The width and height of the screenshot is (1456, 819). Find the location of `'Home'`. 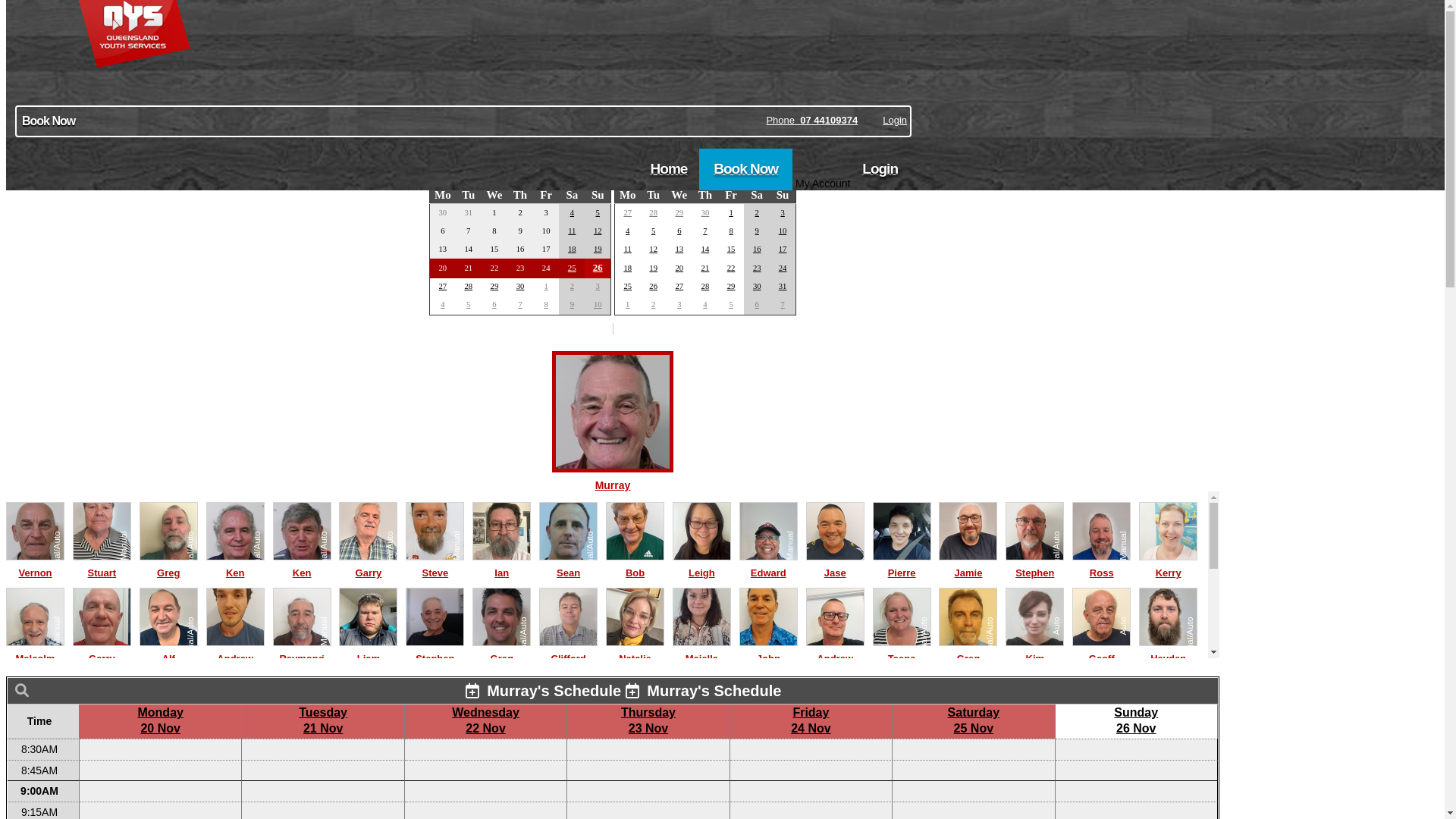

'Home' is located at coordinates (668, 169).